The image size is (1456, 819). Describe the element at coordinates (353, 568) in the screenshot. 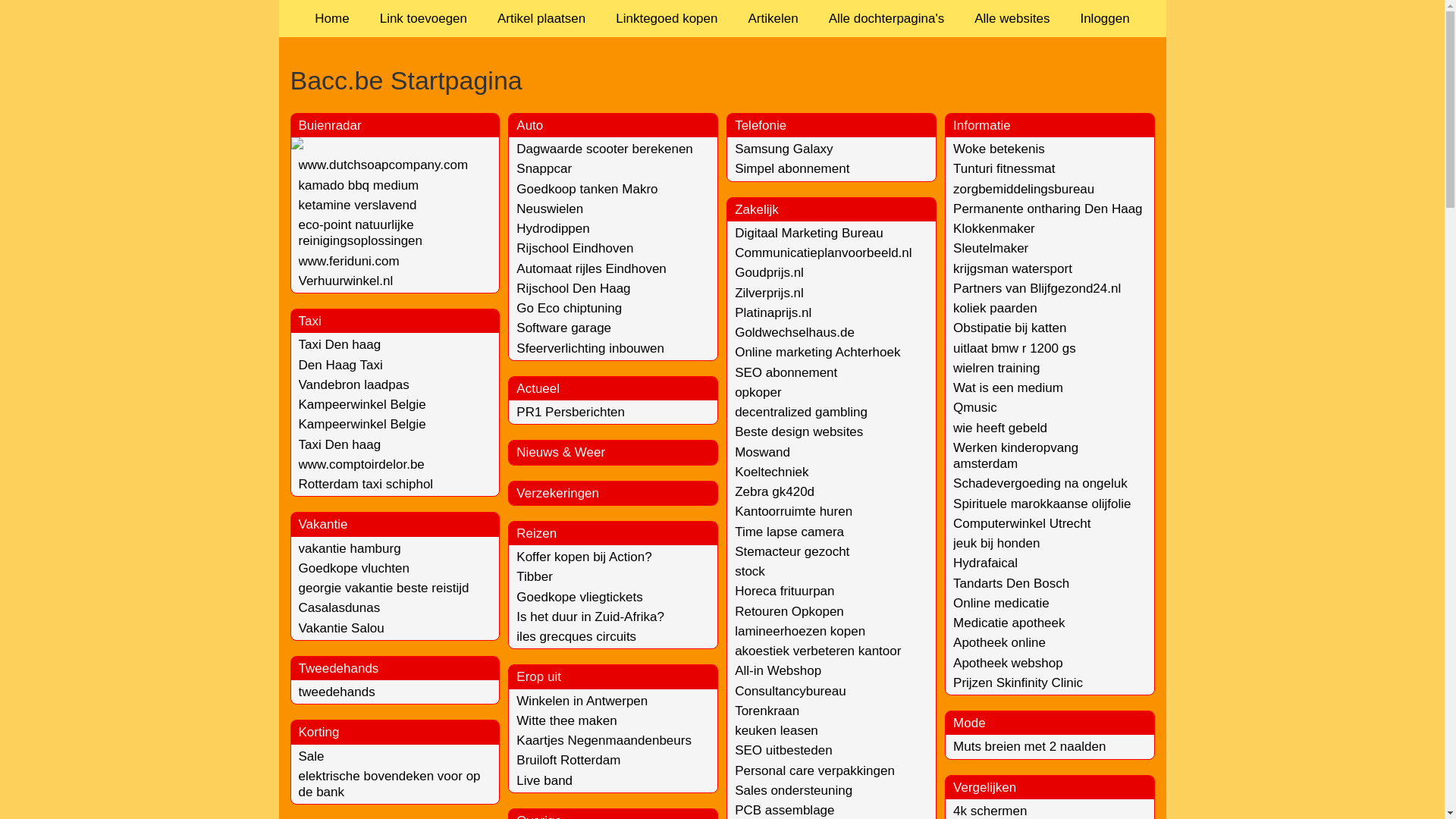

I see `'Goedkope vluchten'` at that location.